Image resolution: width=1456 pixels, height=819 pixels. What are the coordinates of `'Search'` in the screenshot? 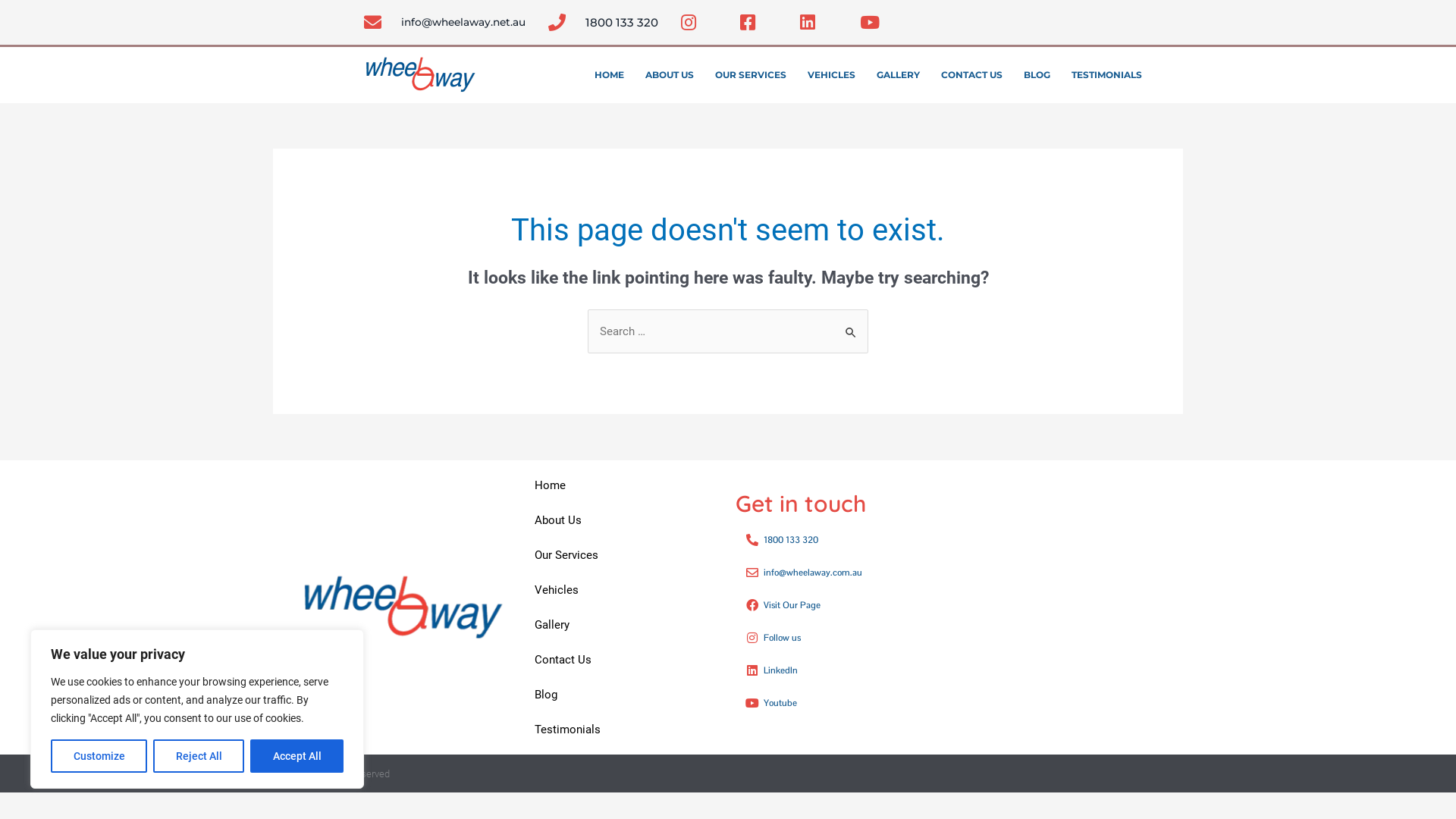 It's located at (851, 324).